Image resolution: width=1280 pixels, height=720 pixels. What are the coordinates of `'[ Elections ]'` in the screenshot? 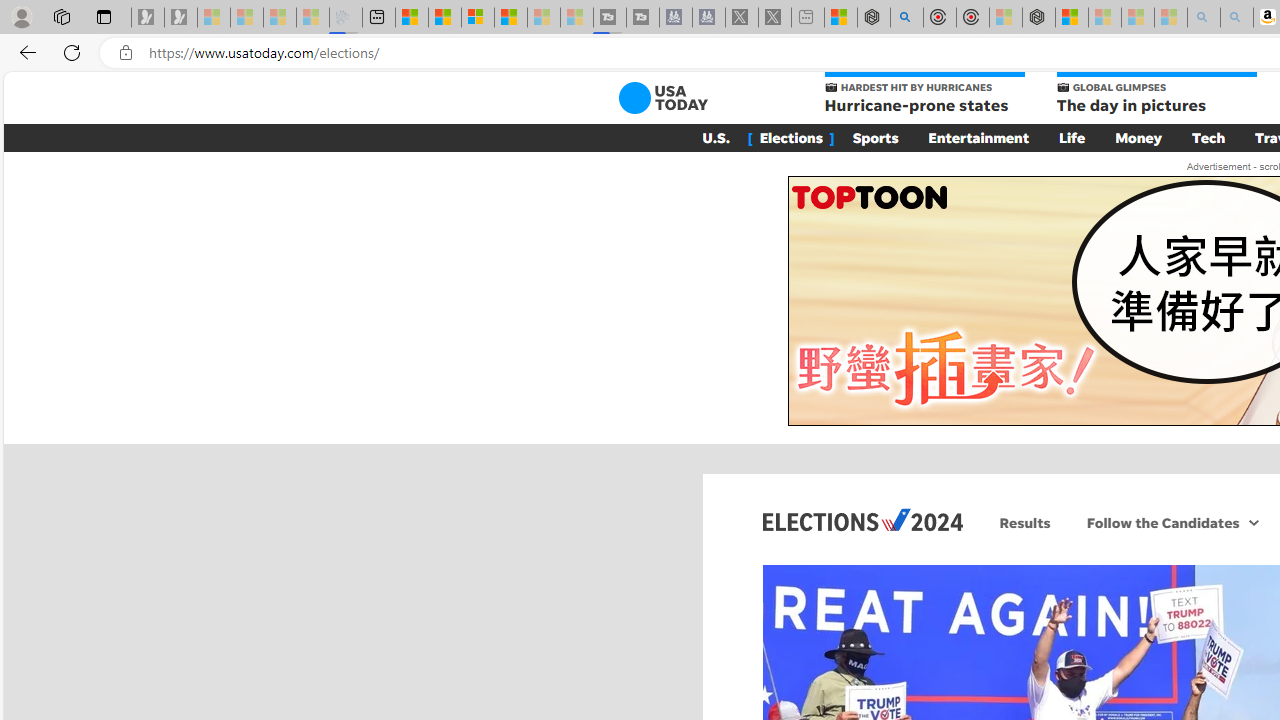 It's located at (790, 136).